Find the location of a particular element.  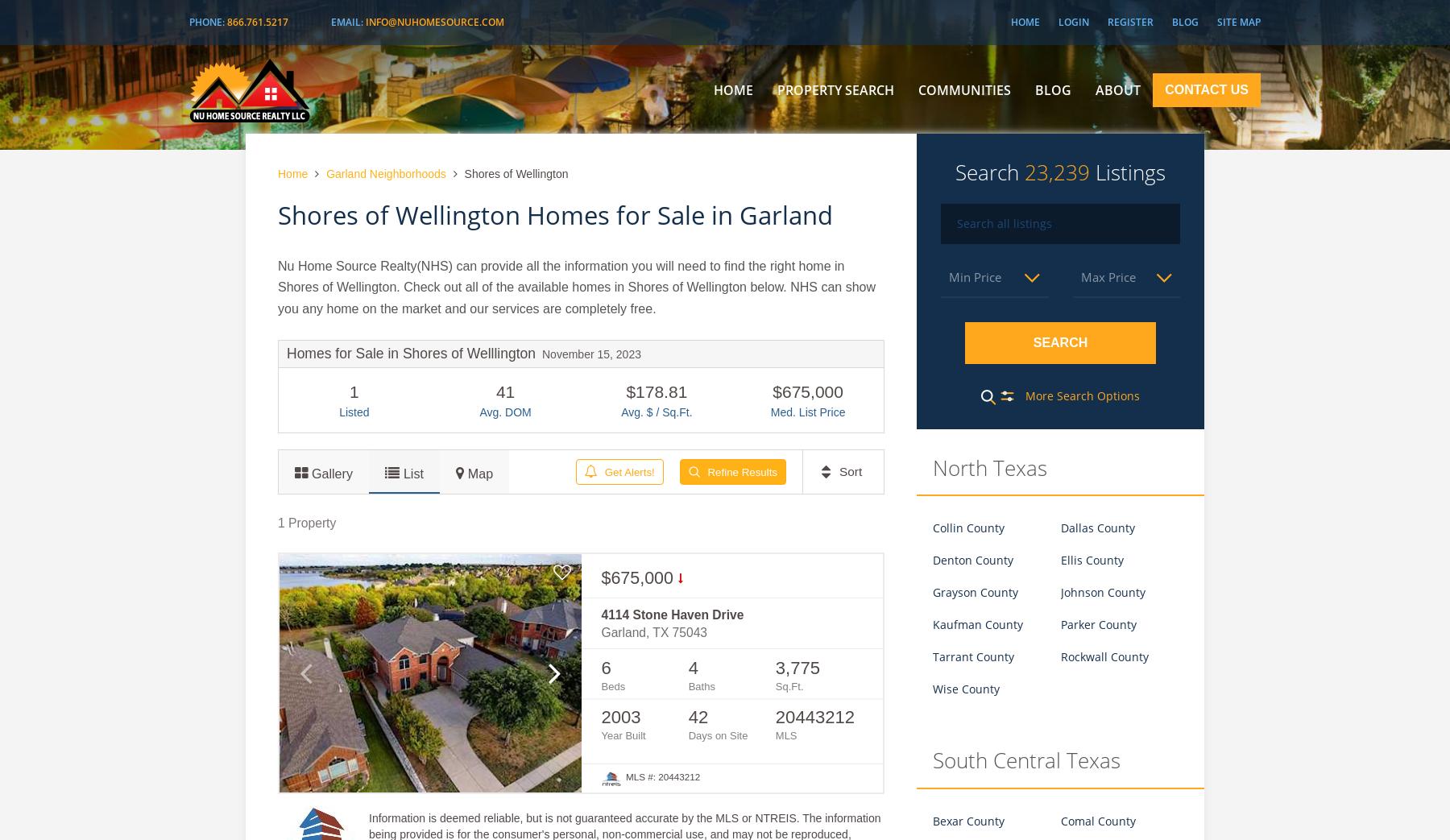

'Min Price' is located at coordinates (974, 275).